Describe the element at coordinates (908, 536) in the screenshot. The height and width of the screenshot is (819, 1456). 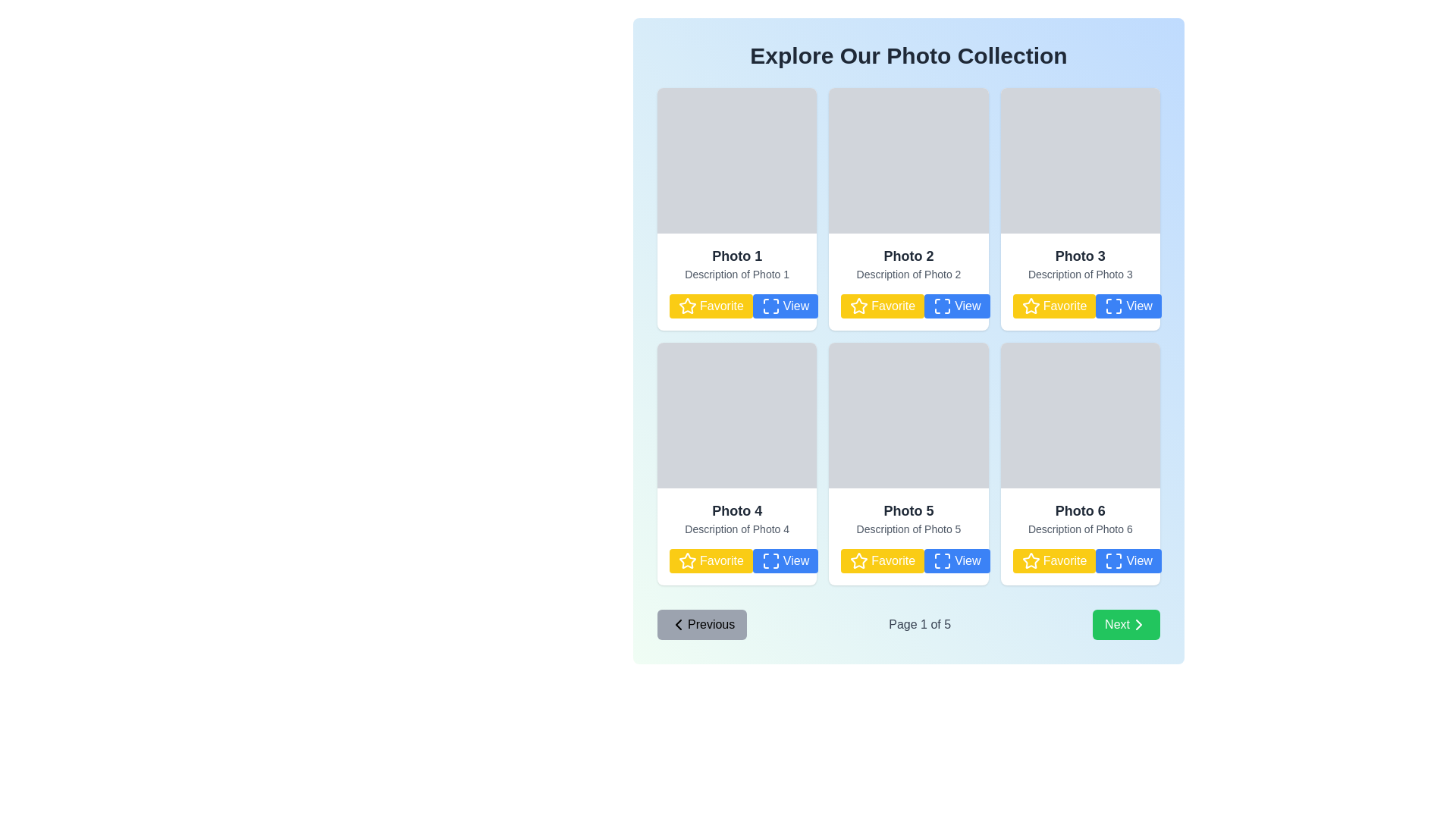
I see `the 'Favorite' button on the Card Component showcasing 'Photo 5', which is the fifth entry in the grid layout` at that location.